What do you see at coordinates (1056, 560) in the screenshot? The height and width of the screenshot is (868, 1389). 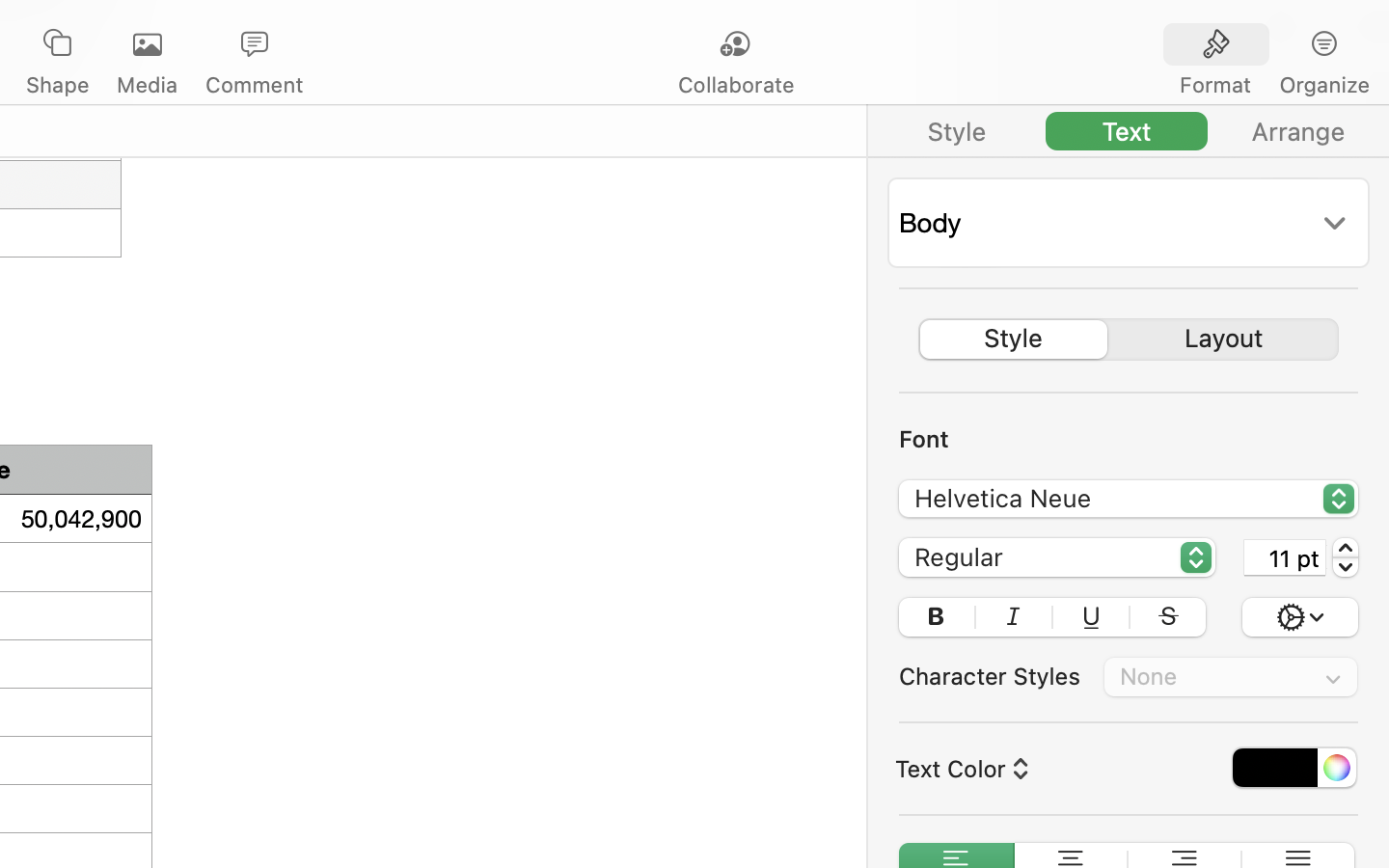 I see `'Regular'` at bounding box center [1056, 560].